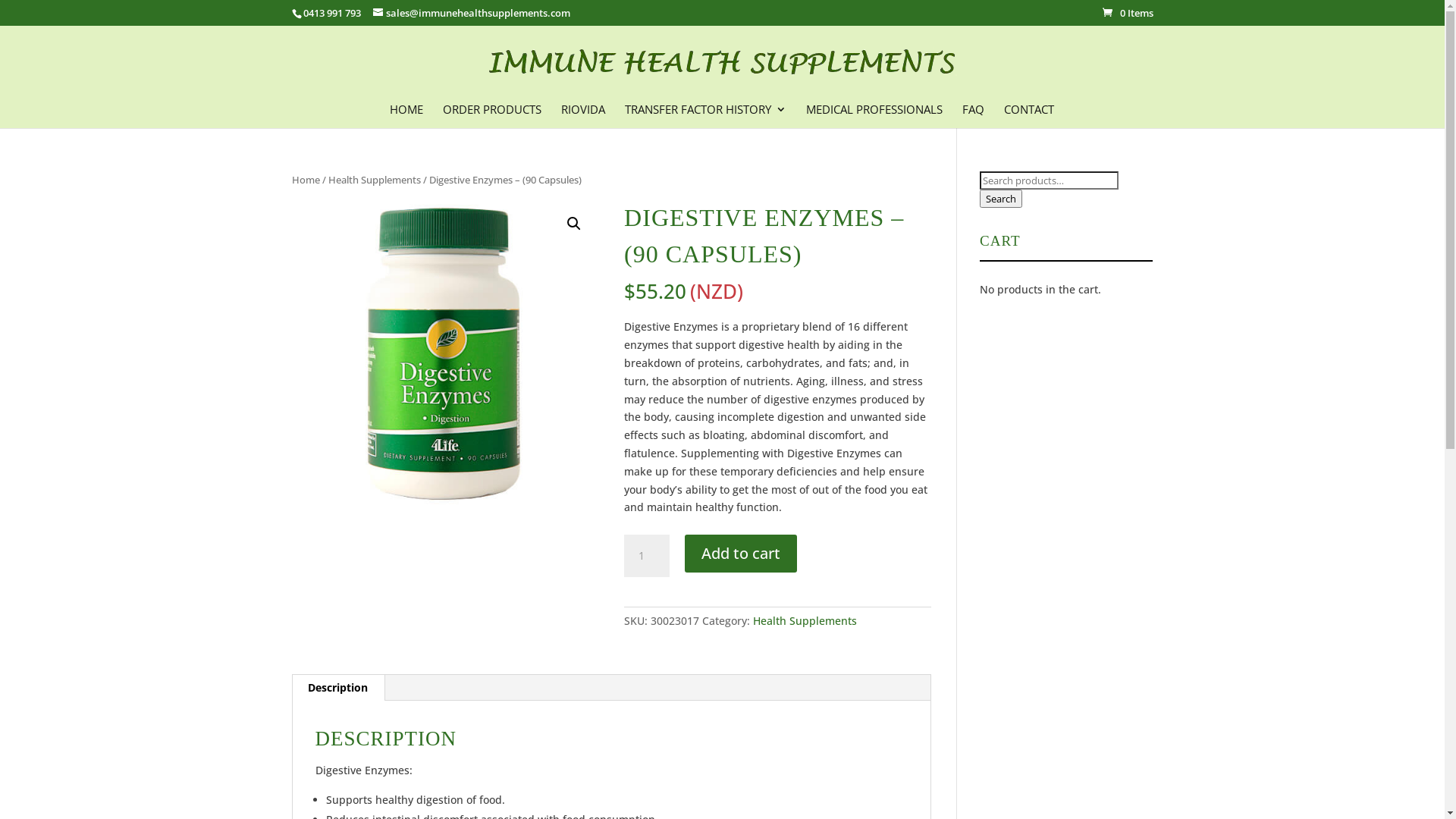 The image size is (1456, 819). Describe the element at coordinates (582, 114) in the screenshot. I see `'RIOVIDA'` at that location.